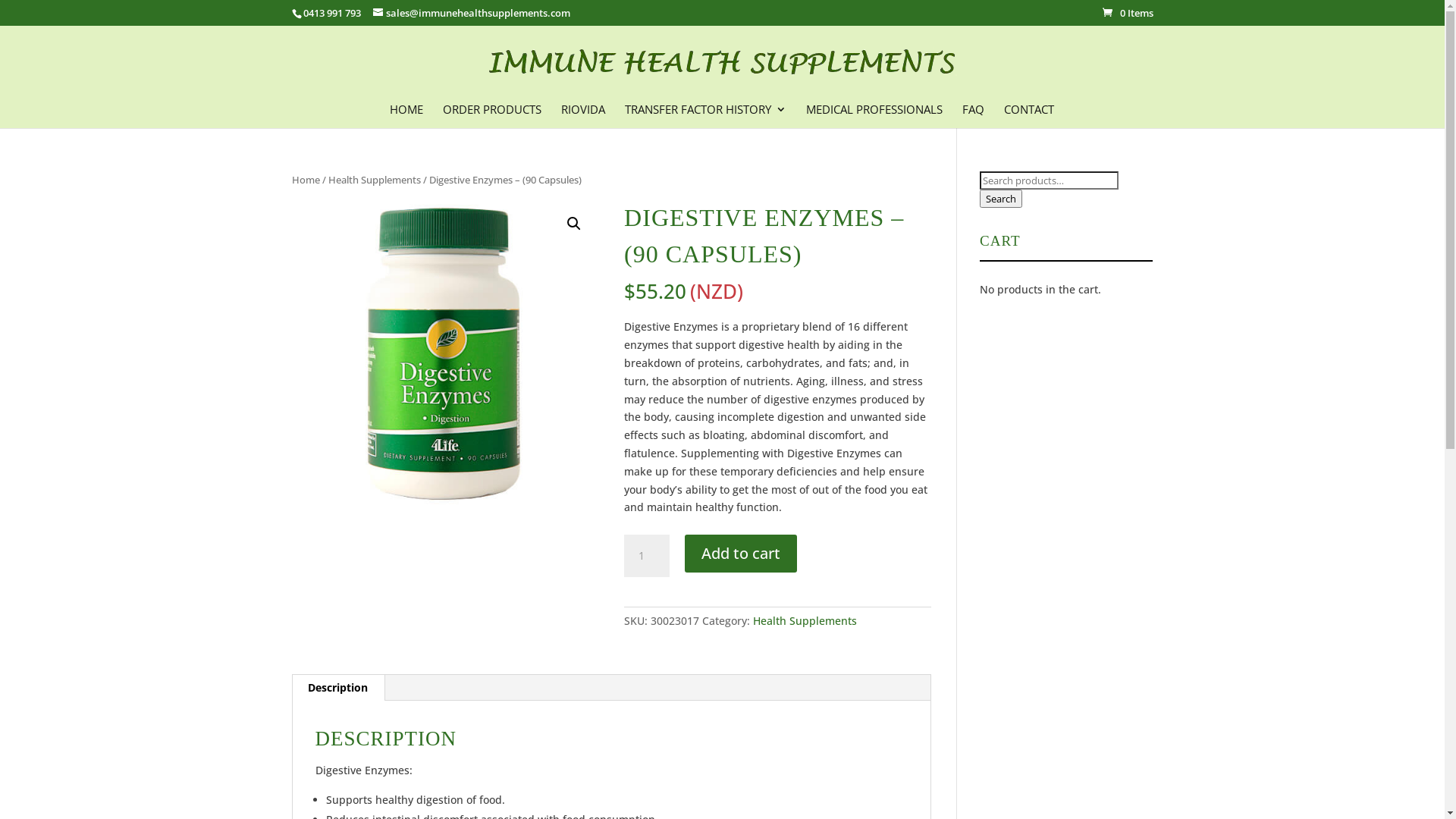 The image size is (1456, 819). Describe the element at coordinates (582, 114) in the screenshot. I see `'RIOVIDA'` at that location.